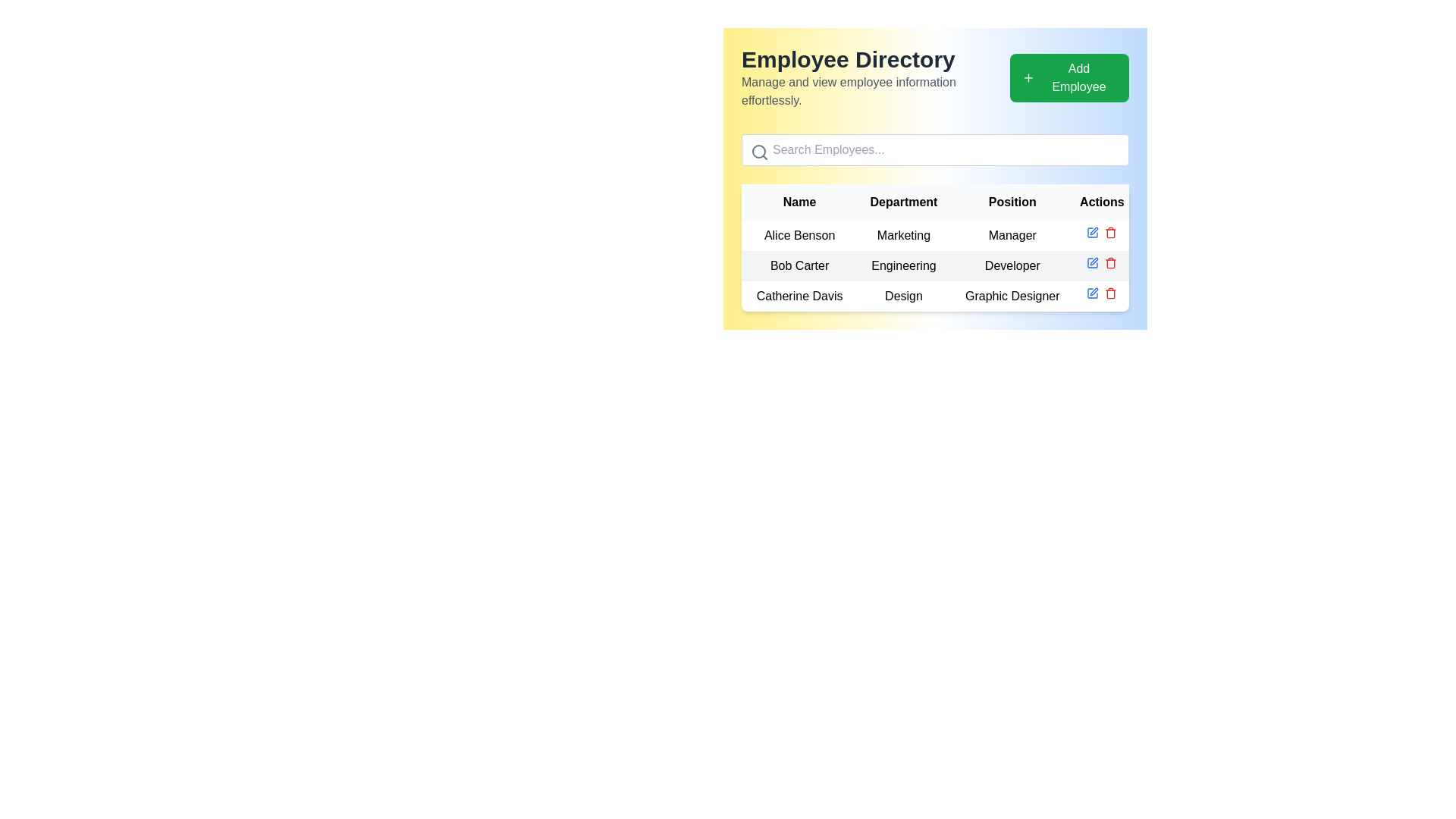 This screenshot has width=1456, height=819. What do you see at coordinates (1094, 231) in the screenshot?
I see `the pen-shaped icon in the 'Actions' column for the second employee, Bob Carter, which is used for editing functions` at bounding box center [1094, 231].